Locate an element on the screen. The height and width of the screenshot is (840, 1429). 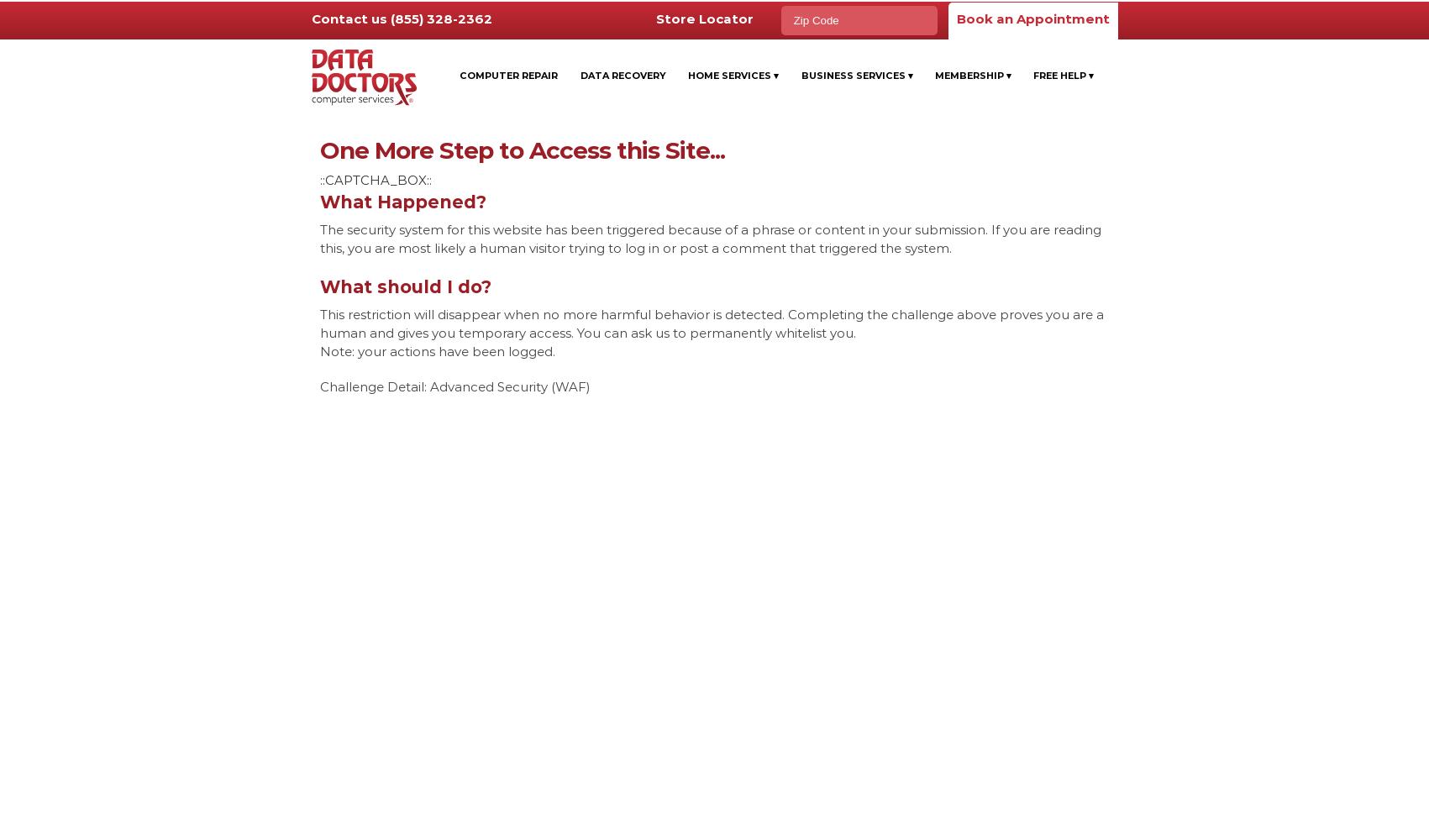
'Store Locator' is located at coordinates (704, 18).